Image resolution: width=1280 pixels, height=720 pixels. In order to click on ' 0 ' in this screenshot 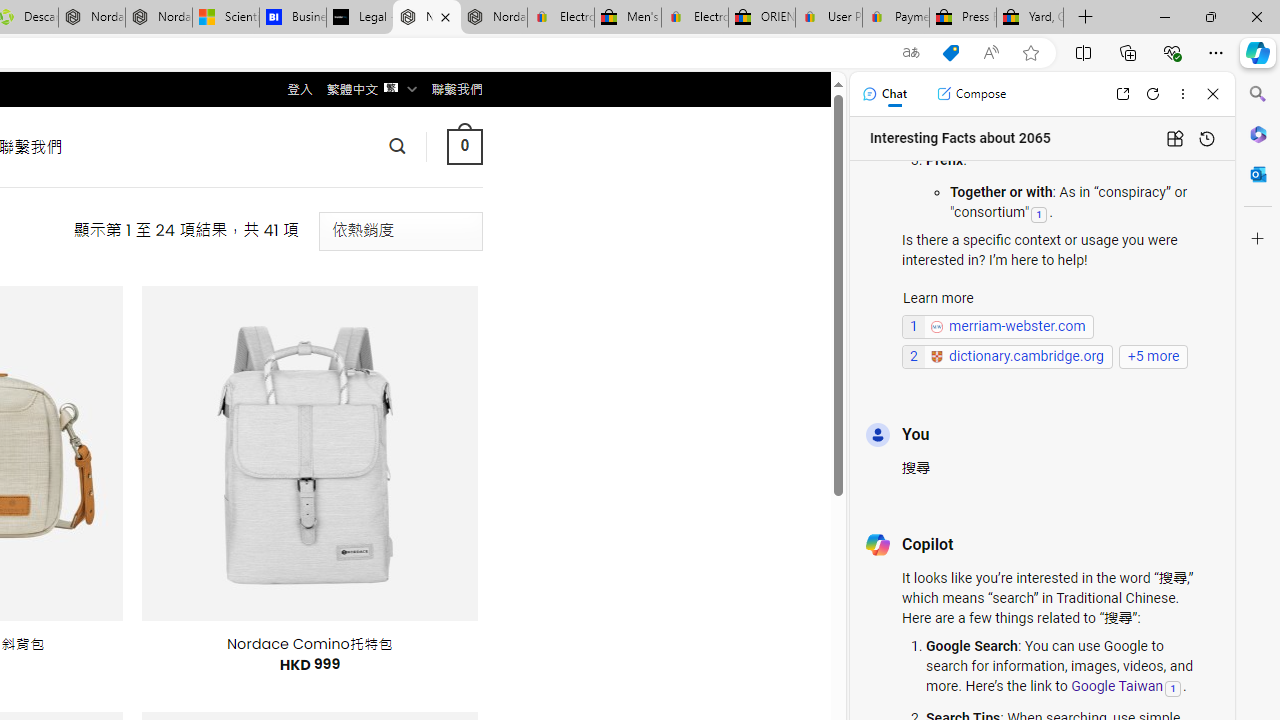, I will do `click(463, 145)`.